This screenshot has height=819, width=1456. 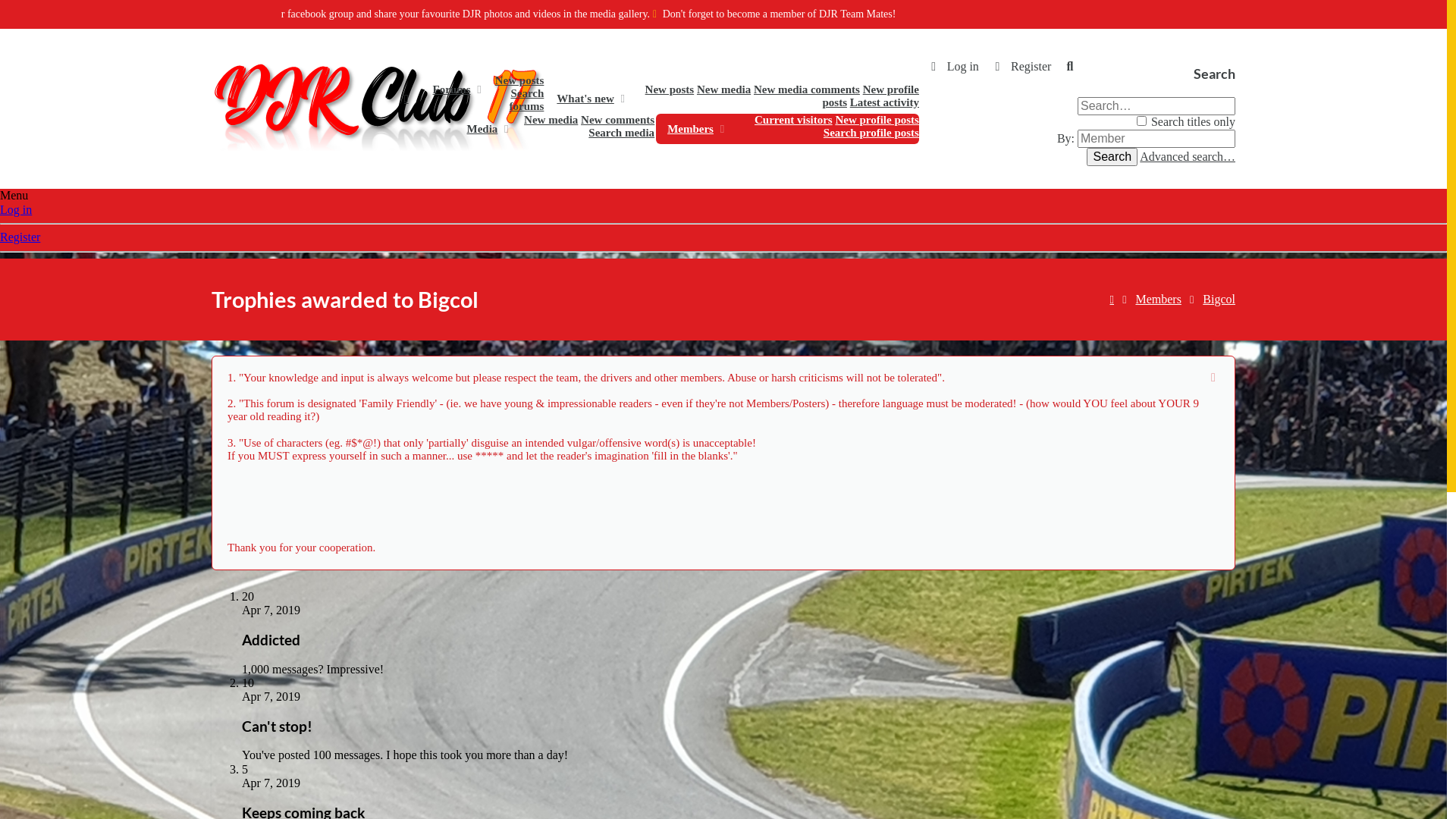 I want to click on 'New profile posts', so click(x=870, y=96).